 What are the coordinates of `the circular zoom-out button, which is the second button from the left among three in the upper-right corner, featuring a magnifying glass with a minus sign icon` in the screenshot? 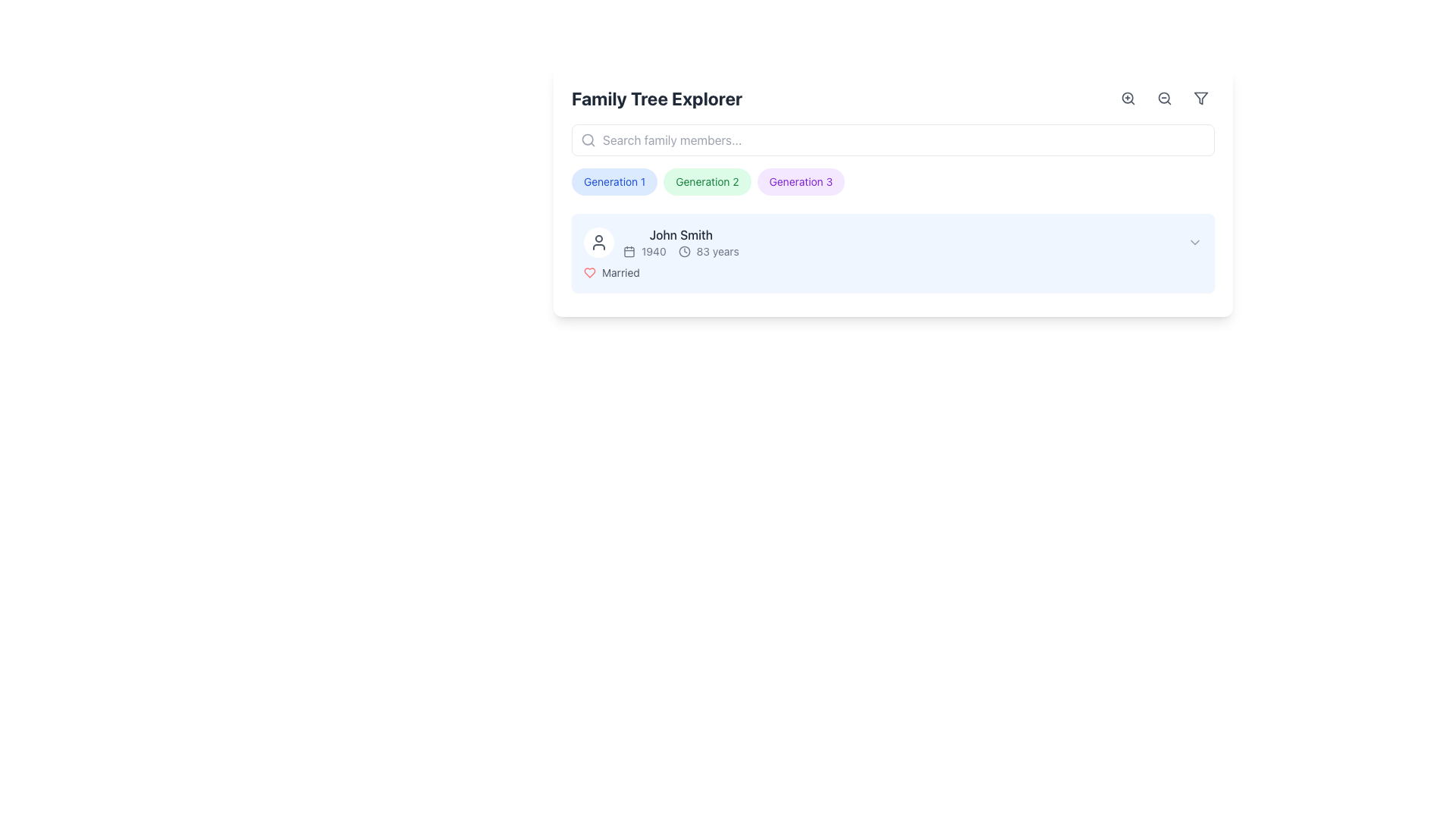 It's located at (1164, 99).